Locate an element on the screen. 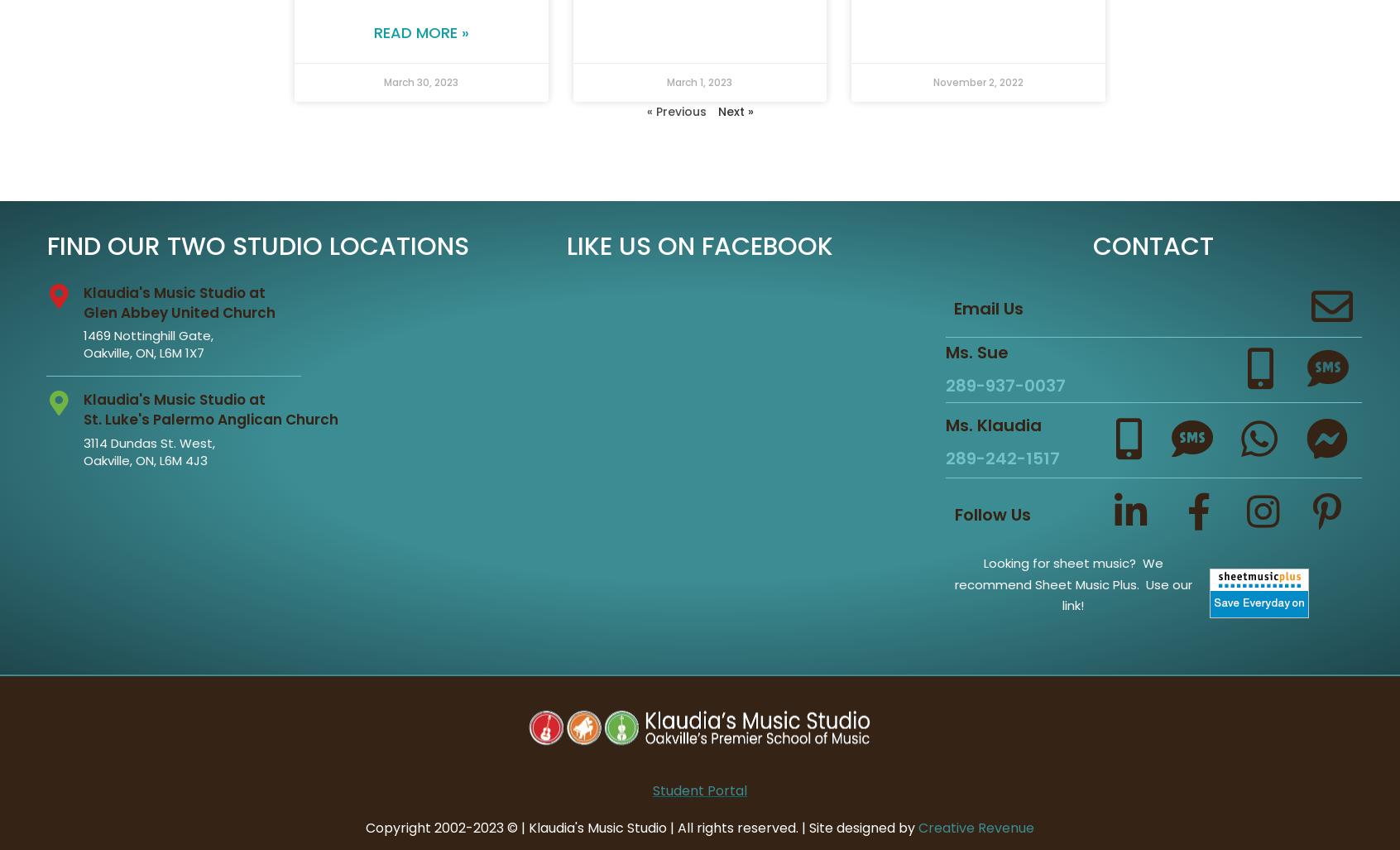 This screenshot has width=1400, height=850. 'Glen Abbey United Church' is located at coordinates (180, 312).